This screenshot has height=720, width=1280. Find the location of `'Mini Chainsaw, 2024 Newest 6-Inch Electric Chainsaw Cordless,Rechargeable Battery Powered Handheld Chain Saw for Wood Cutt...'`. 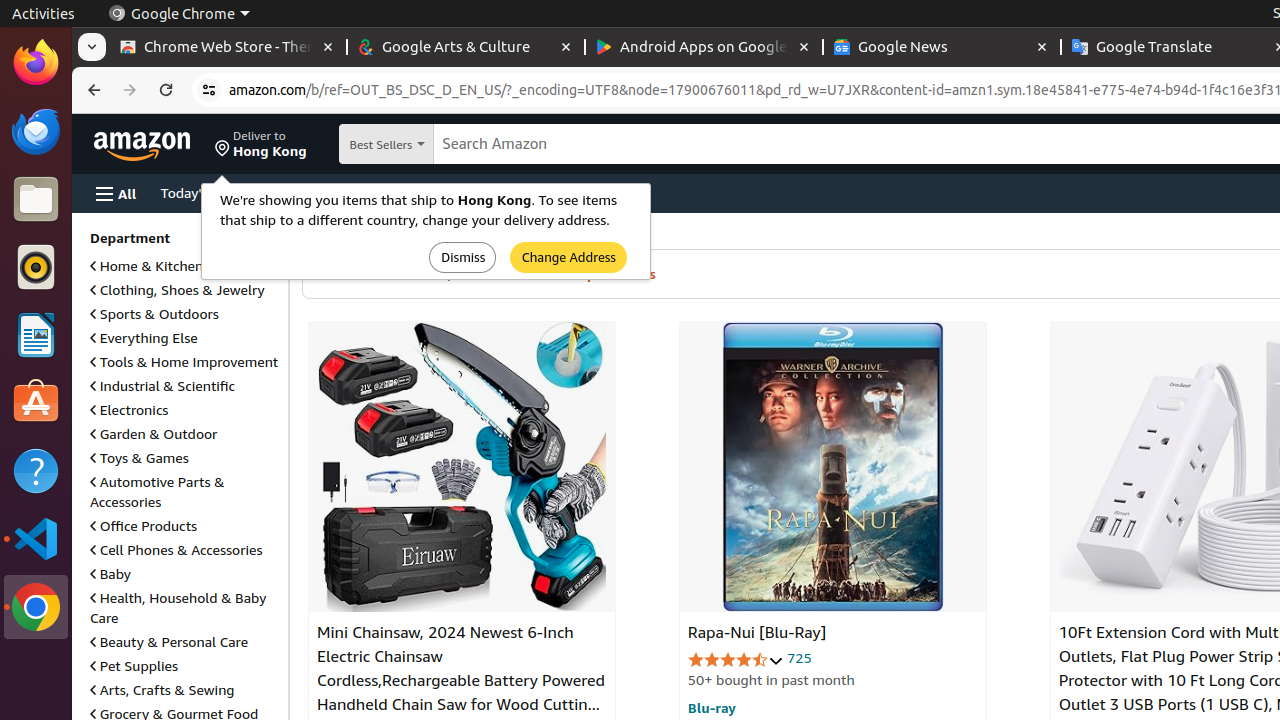

'Mini Chainsaw, 2024 Newest 6-Inch Electric Chainsaw Cordless,Rechargeable Battery Powered Handheld Chain Saw for Wood Cutt...' is located at coordinates (460, 466).